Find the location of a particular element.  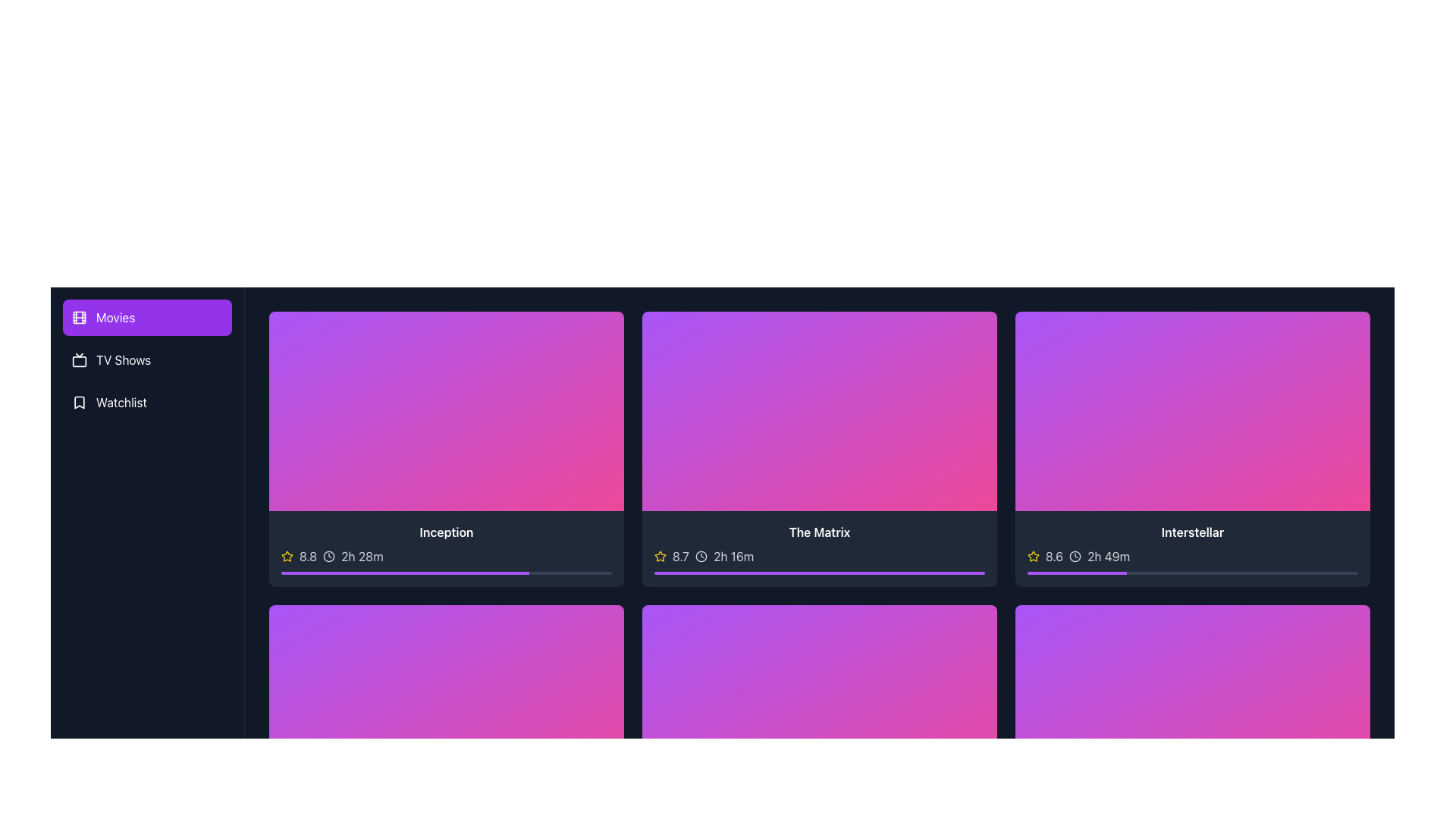

the 'TV Shows' icon located in the second item of the vertical list in the left sidebar menu is located at coordinates (79, 359).